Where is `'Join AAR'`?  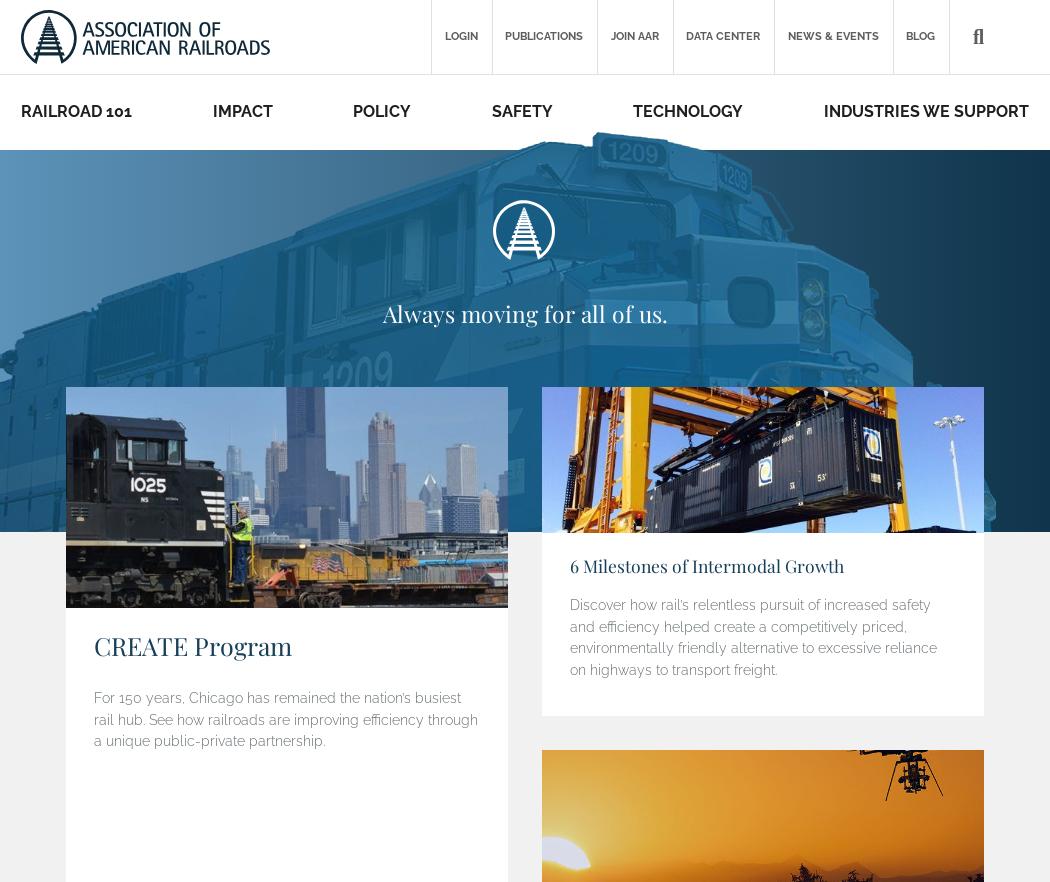 'Join AAR' is located at coordinates (633, 35).